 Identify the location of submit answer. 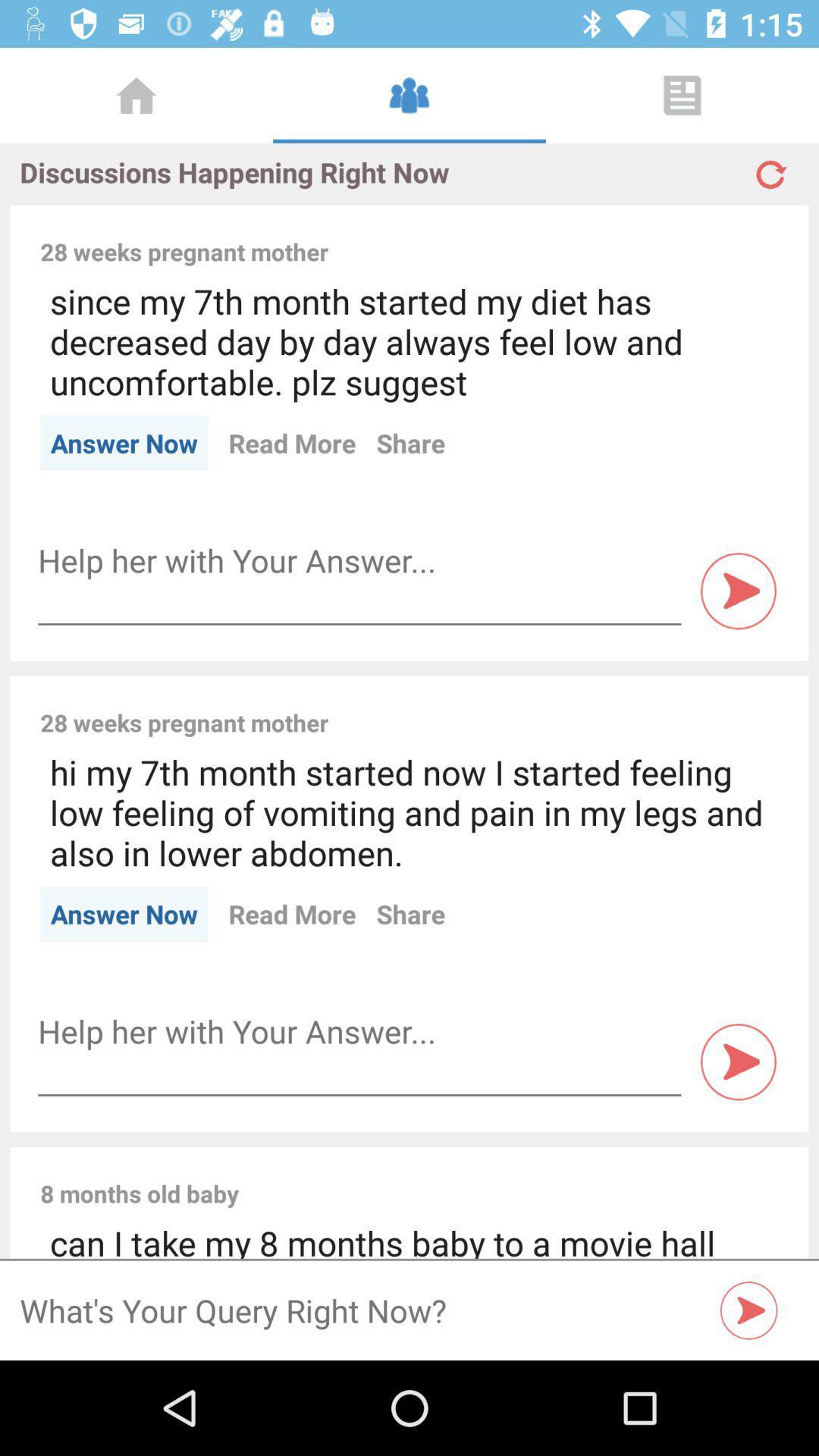
(738, 1061).